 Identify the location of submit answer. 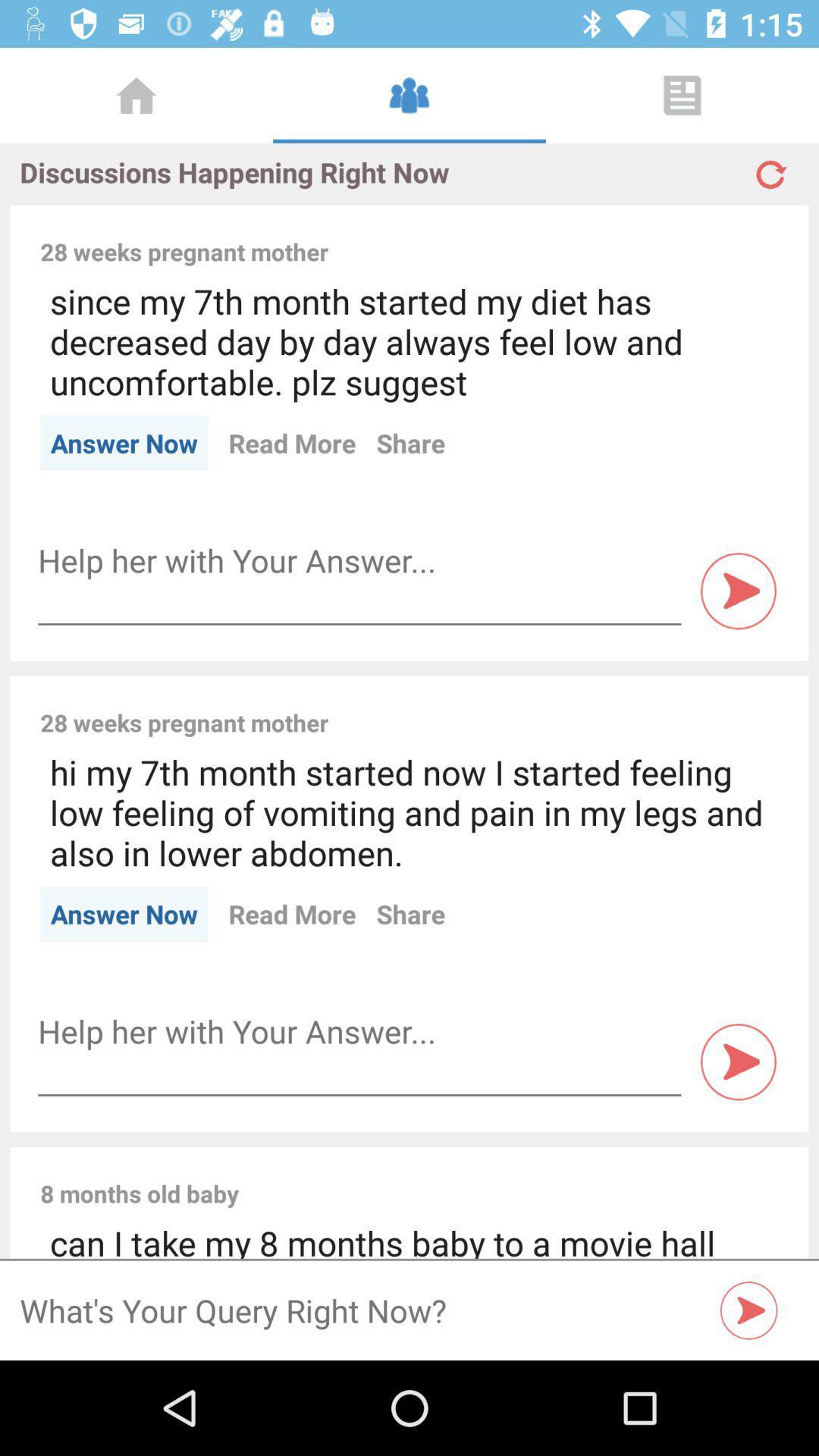
(738, 1061).